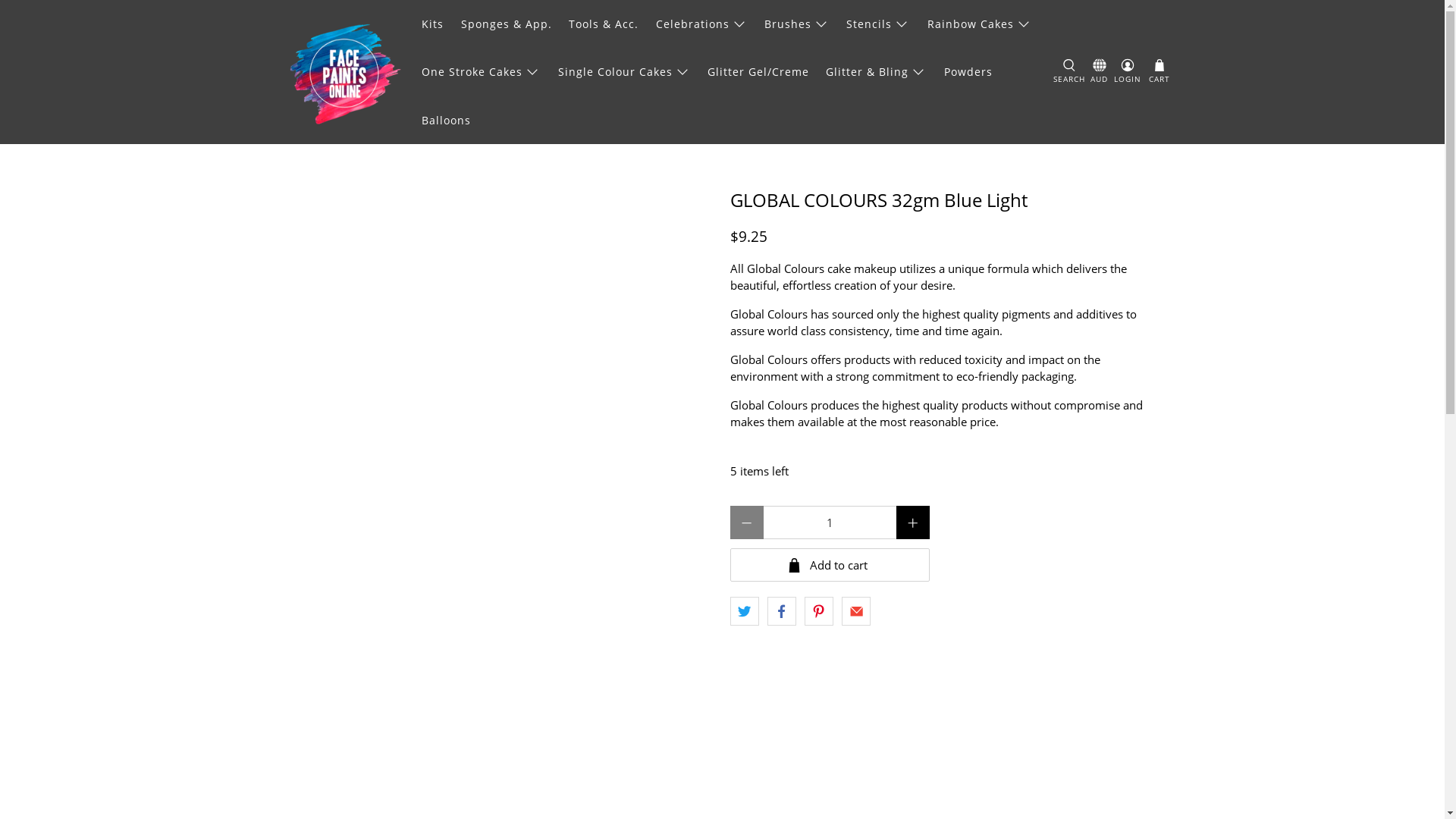  I want to click on 'CART', so click(1147, 72).